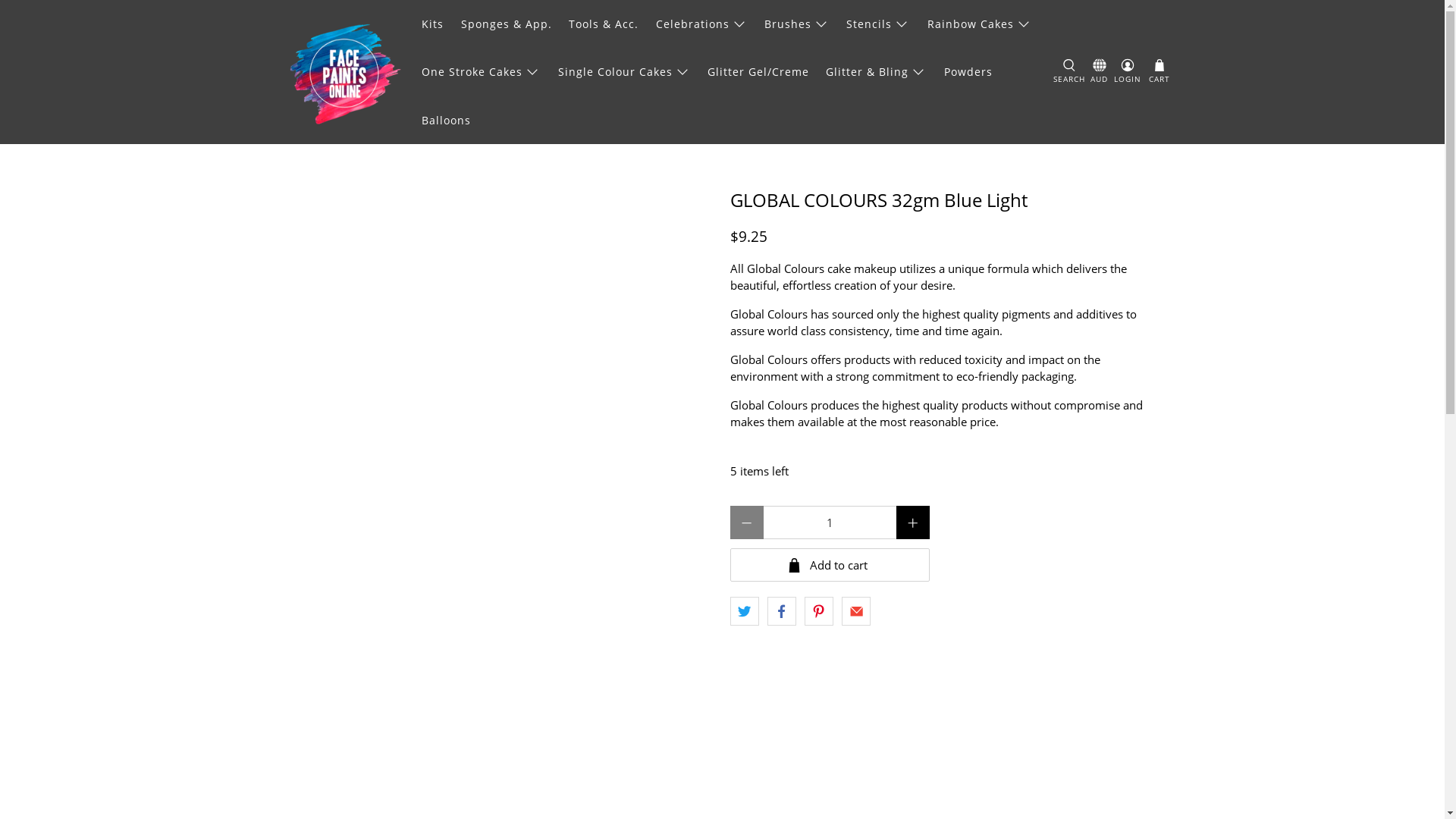  I want to click on 'CART', so click(1147, 72).